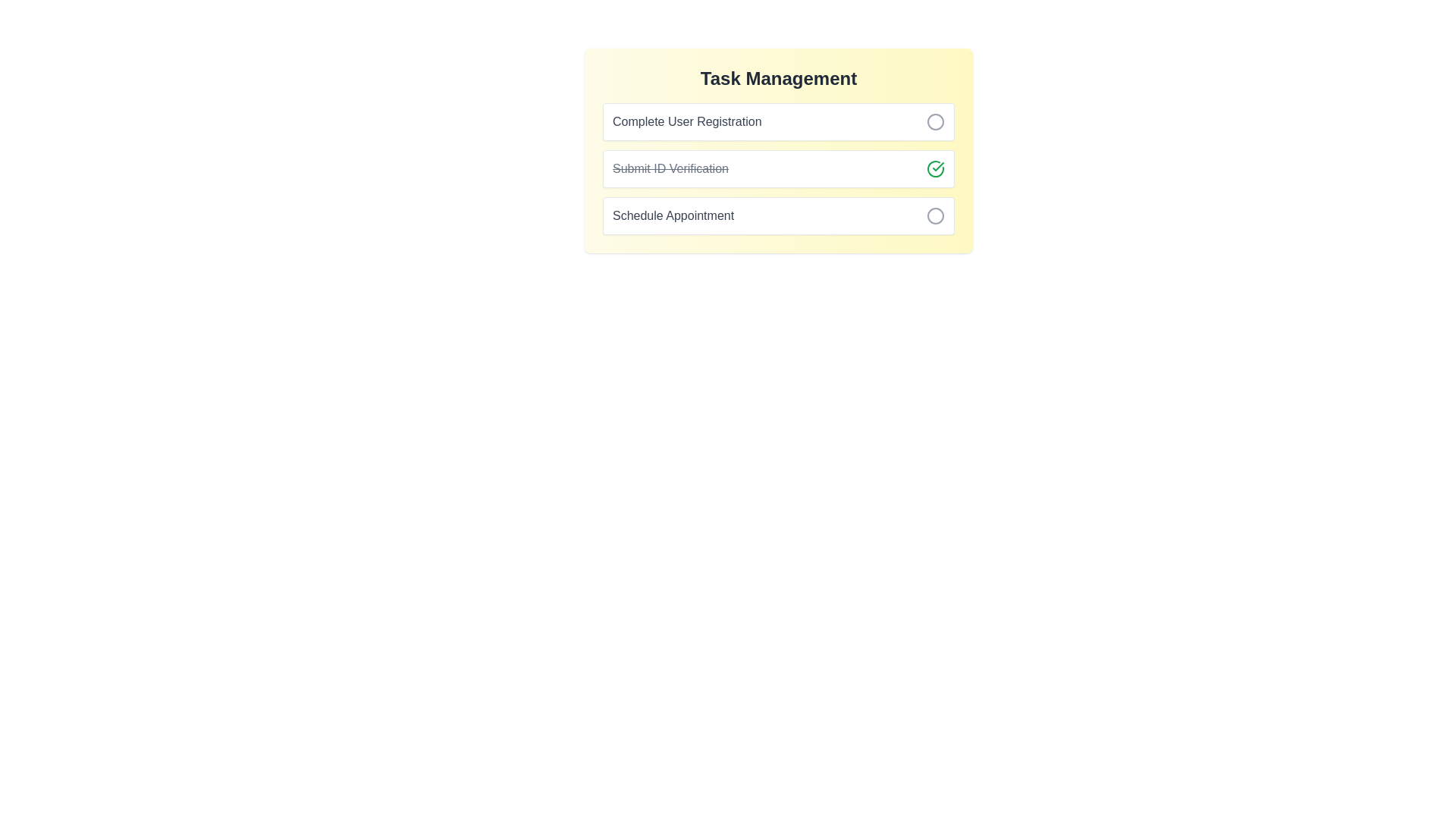 The height and width of the screenshot is (819, 1456). Describe the element at coordinates (779, 151) in the screenshot. I see `the second task item` at that location.